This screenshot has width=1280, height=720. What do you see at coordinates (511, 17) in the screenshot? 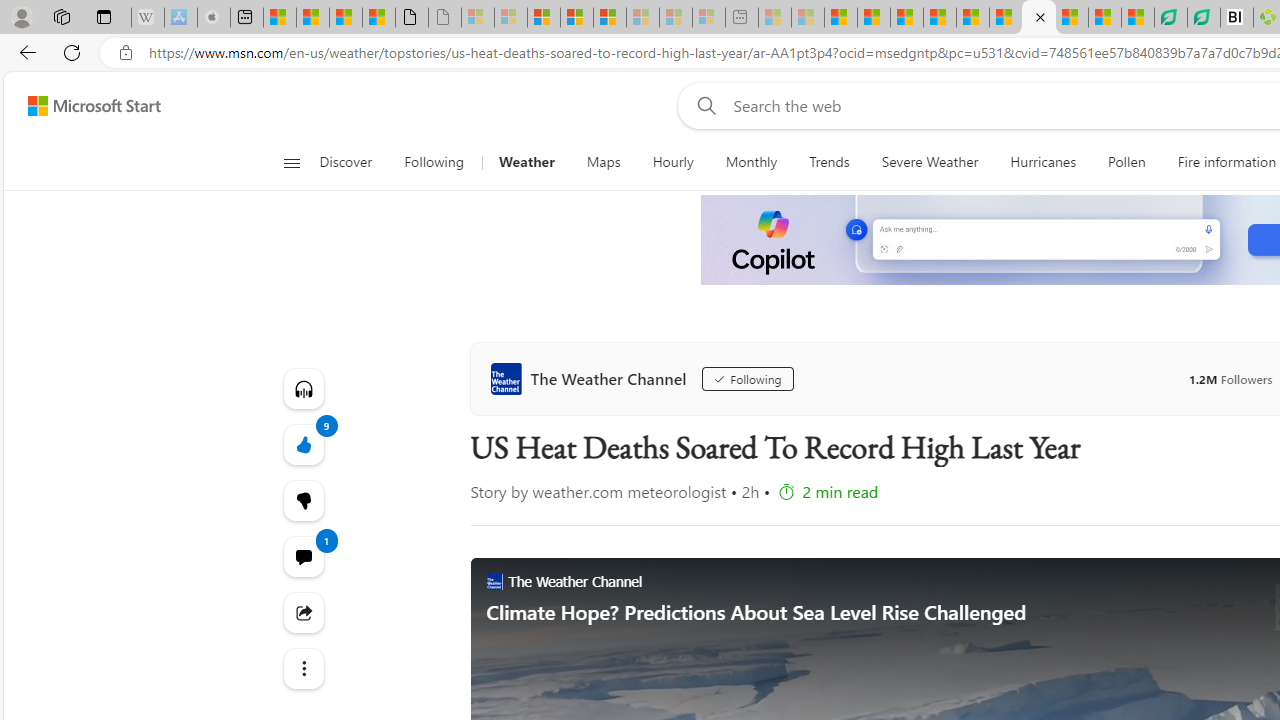
I see `'Microsoft Services Agreement - Sleeping'` at bounding box center [511, 17].